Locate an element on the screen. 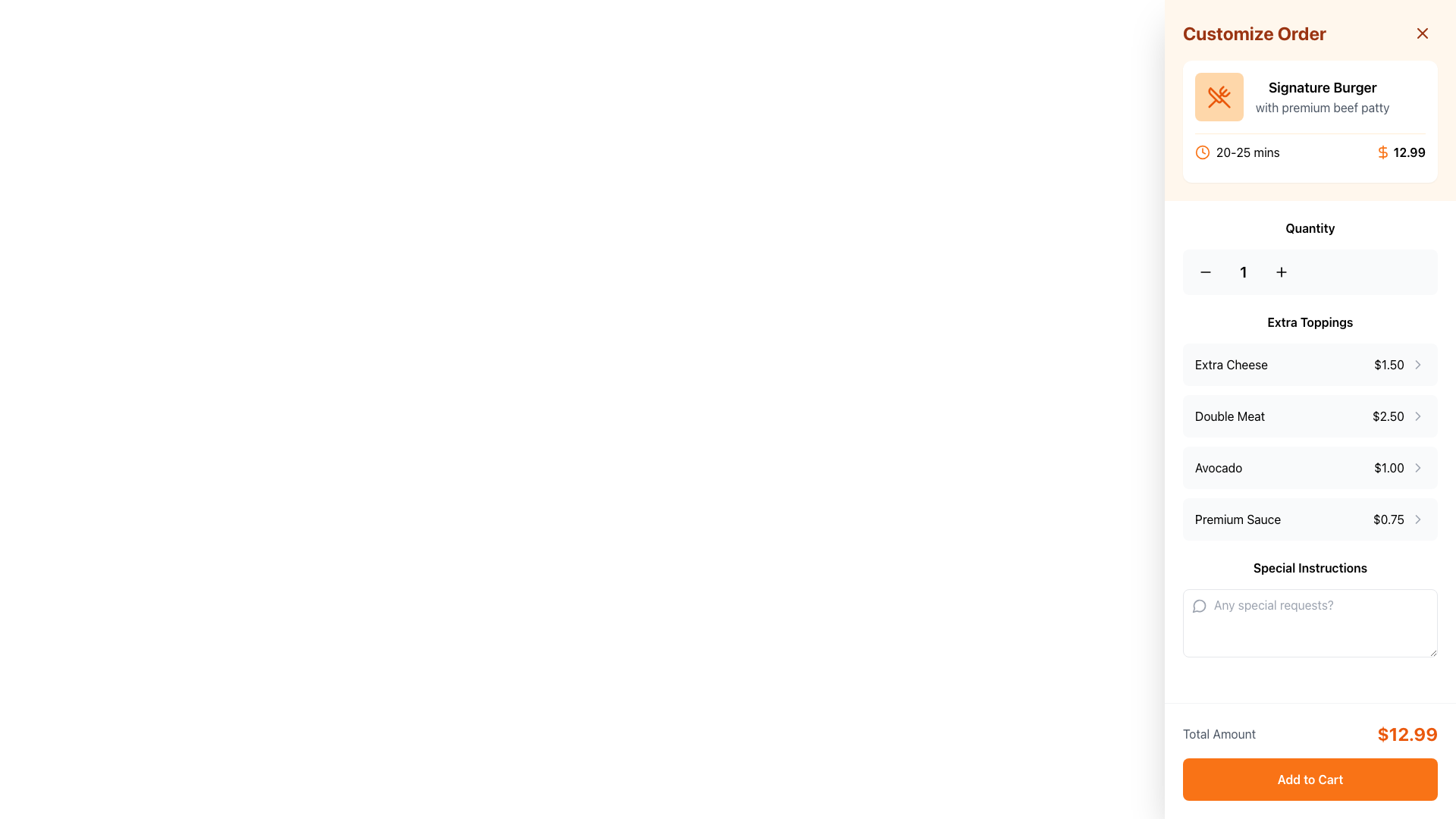  the text input area under the heading 'Special Instructions' with placeholder text 'Any special requests?' is located at coordinates (1310, 610).